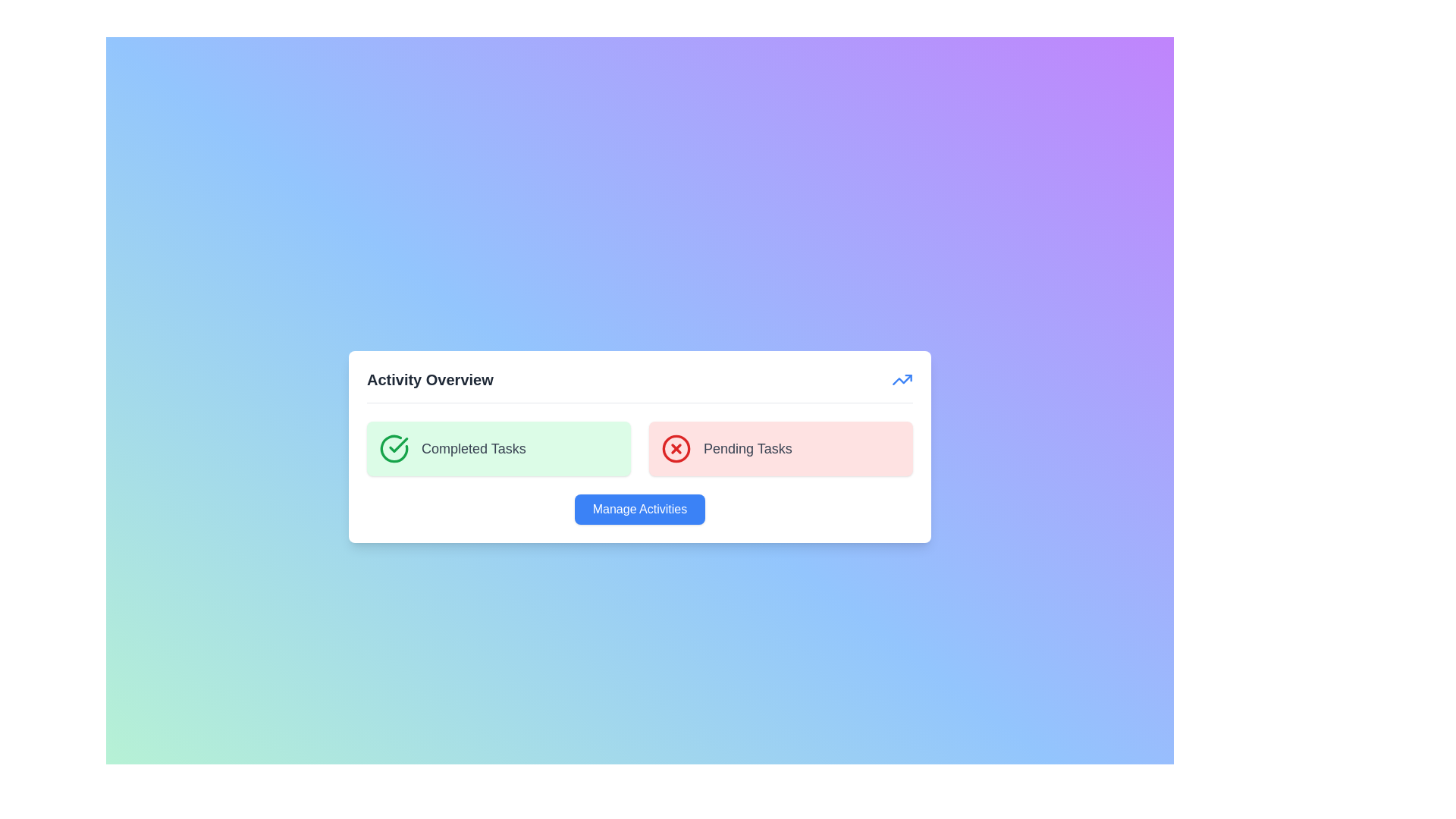  I want to click on the text label that describes pending tasks, located to the right of a red circular icon with a cross symbol within a panel that displays task-related summaries, so click(748, 447).